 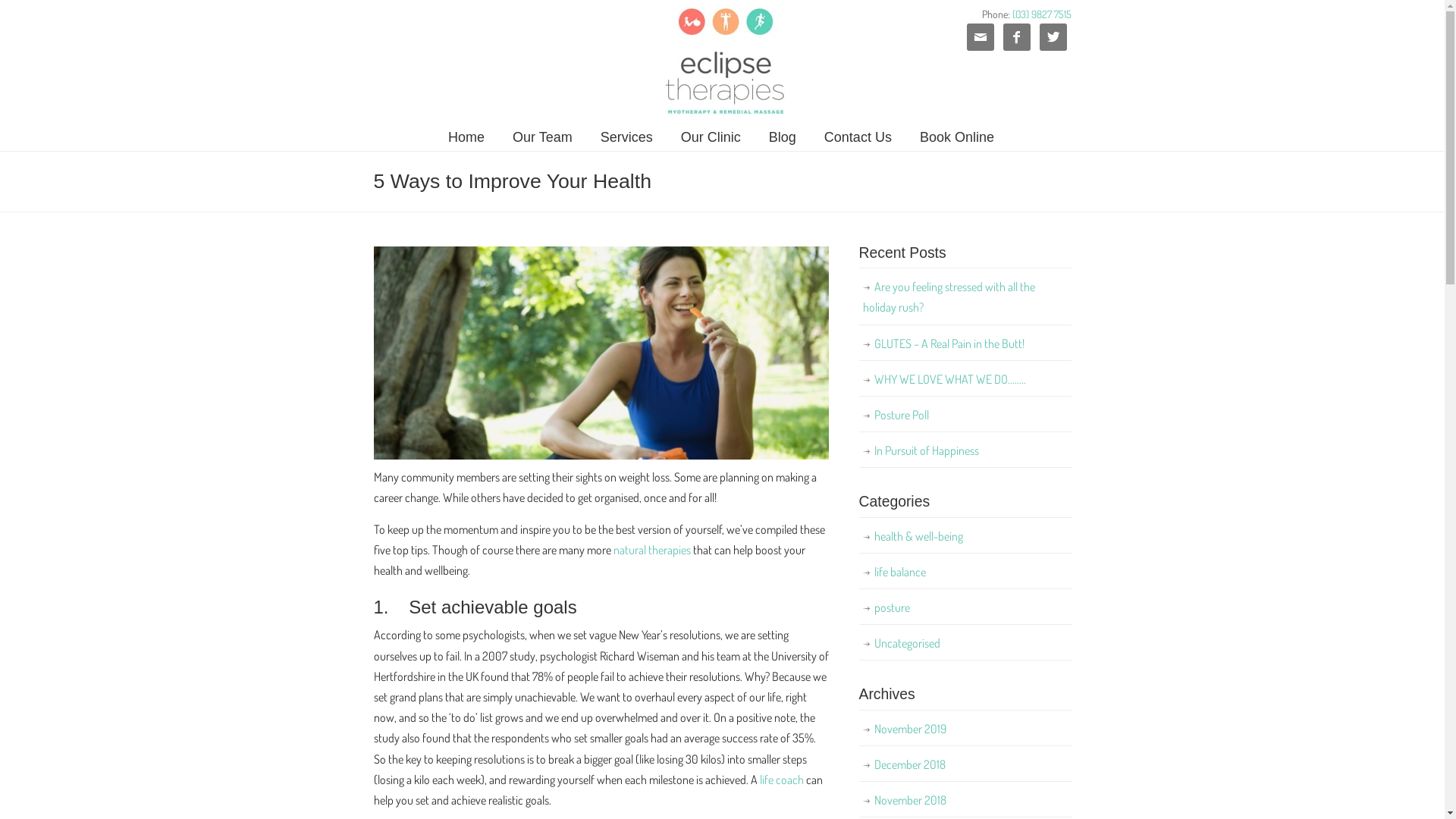 I want to click on 'Posture Poll', so click(x=964, y=415).